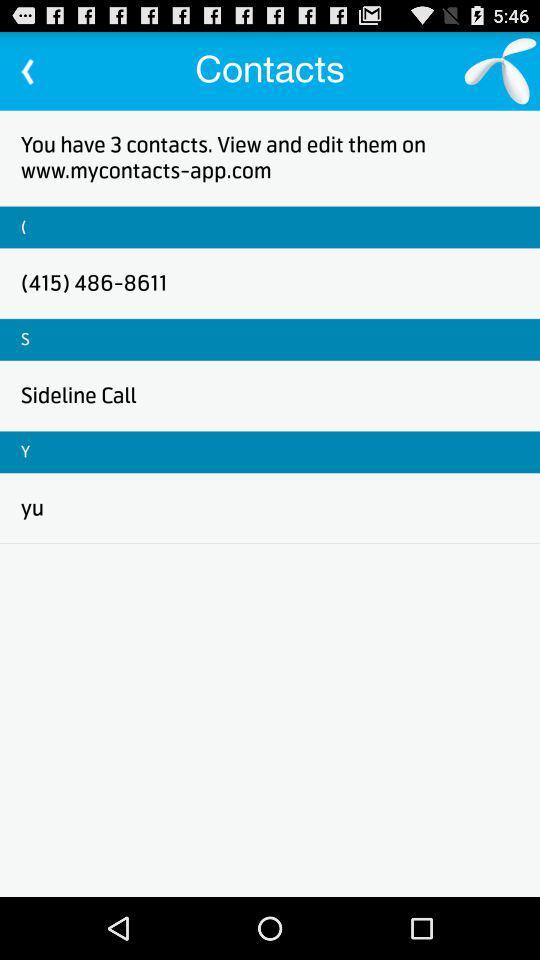 The width and height of the screenshot is (540, 960). What do you see at coordinates (22, 227) in the screenshot?
I see `the icon below the you have 3 icon` at bounding box center [22, 227].